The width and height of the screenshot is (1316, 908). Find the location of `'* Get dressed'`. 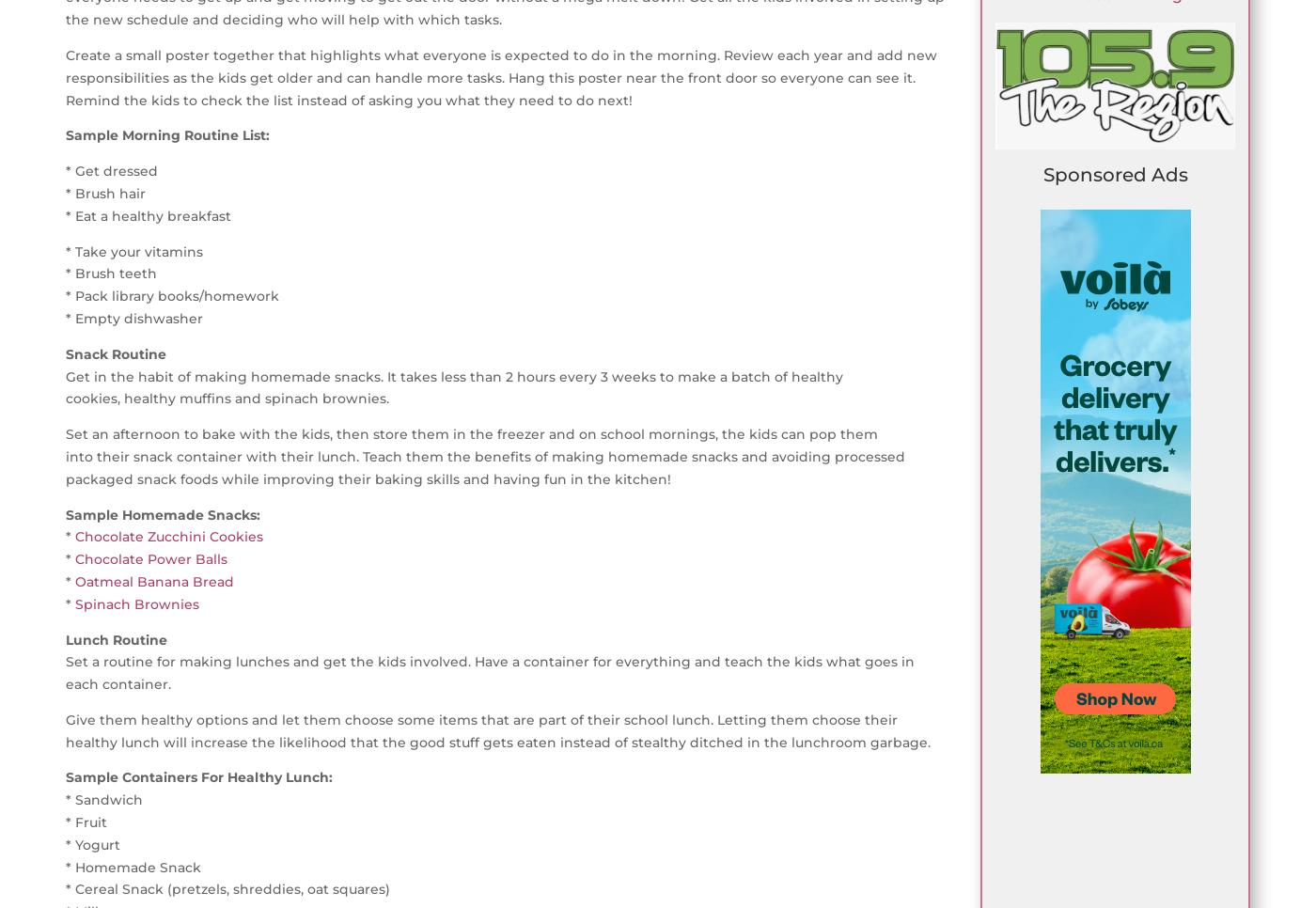

'* Get dressed' is located at coordinates (112, 170).